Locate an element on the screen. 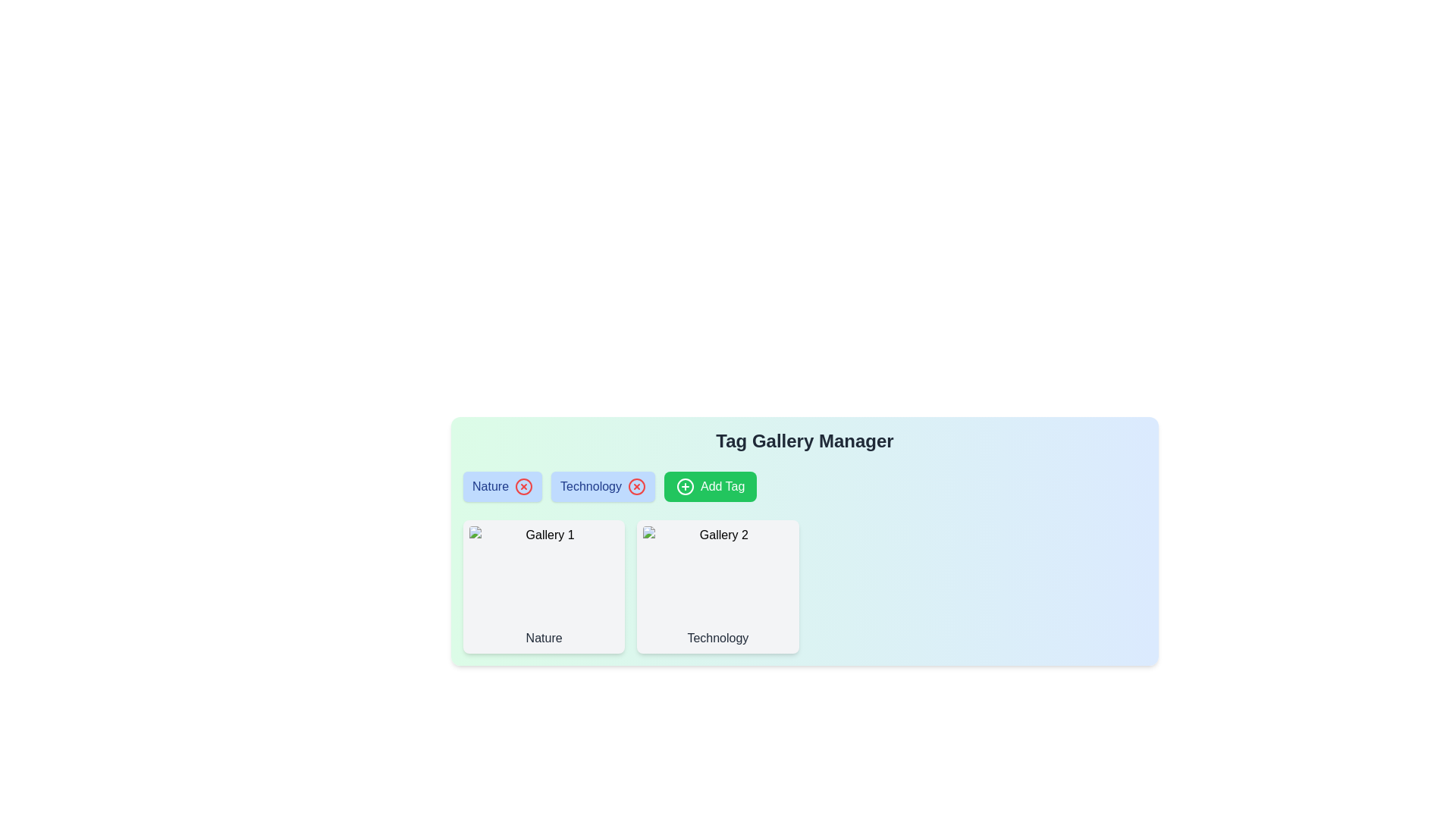 This screenshot has width=1456, height=819. the leftmost card in the grid labeled 'Gallery 1' is located at coordinates (544, 586).